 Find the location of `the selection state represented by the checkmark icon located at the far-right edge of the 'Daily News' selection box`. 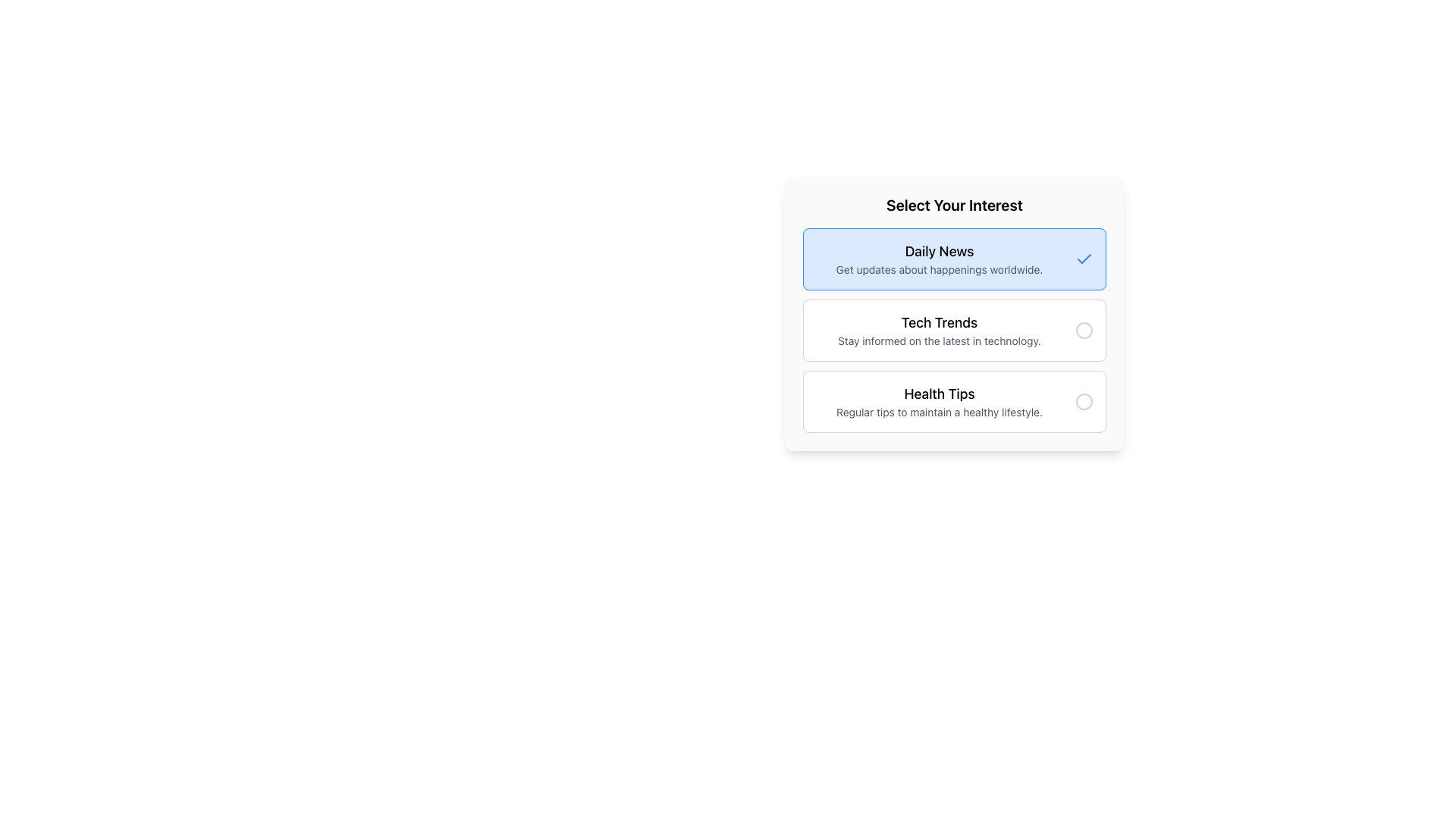

the selection state represented by the checkmark icon located at the far-right edge of the 'Daily News' selection box is located at coordinates (1084, 258).